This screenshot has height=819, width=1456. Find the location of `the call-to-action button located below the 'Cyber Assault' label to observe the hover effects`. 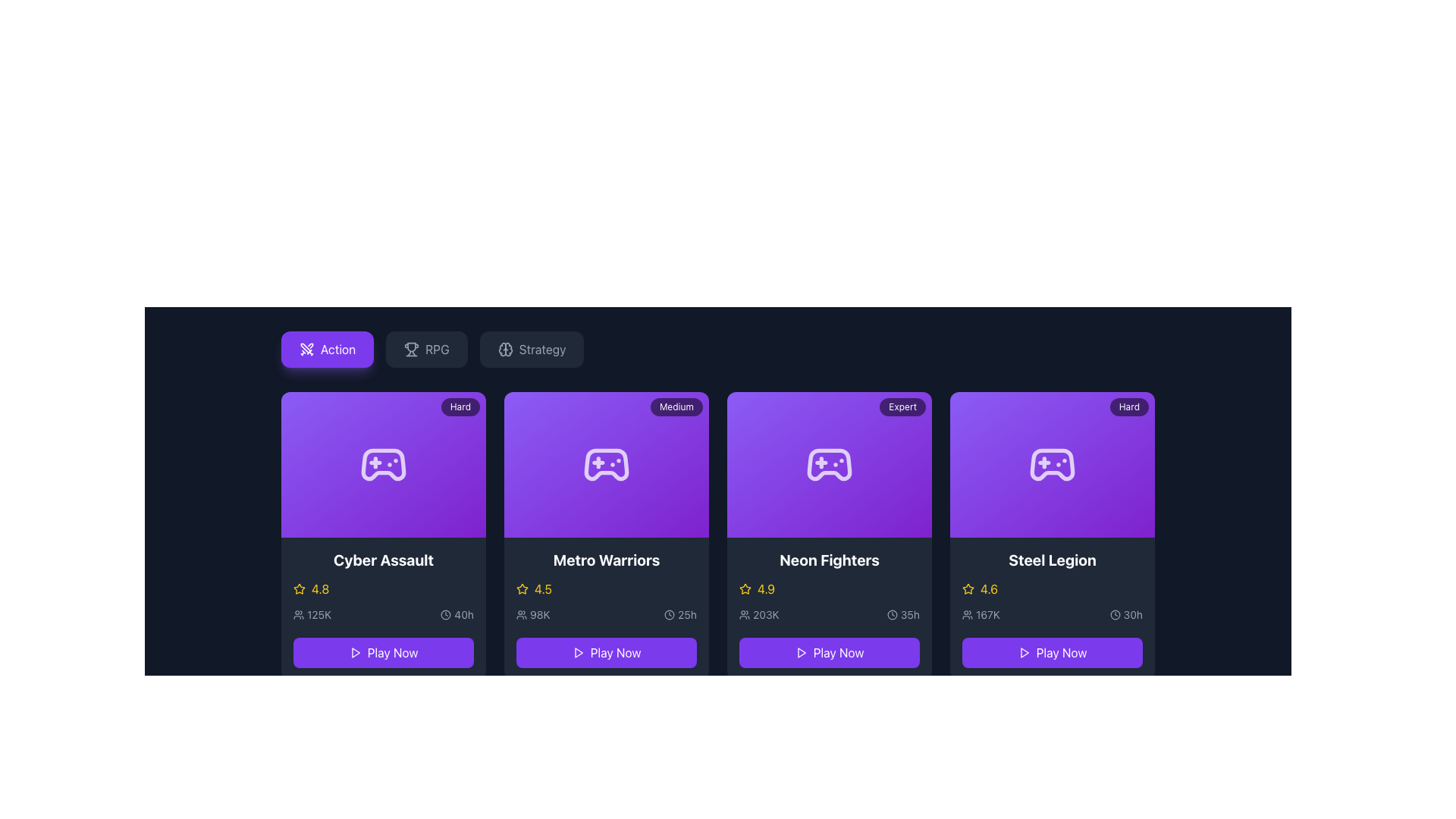

the call-to-action button located below the 'Cyber Assault' label to observe the hover effects is located at coordinates (383, 651).